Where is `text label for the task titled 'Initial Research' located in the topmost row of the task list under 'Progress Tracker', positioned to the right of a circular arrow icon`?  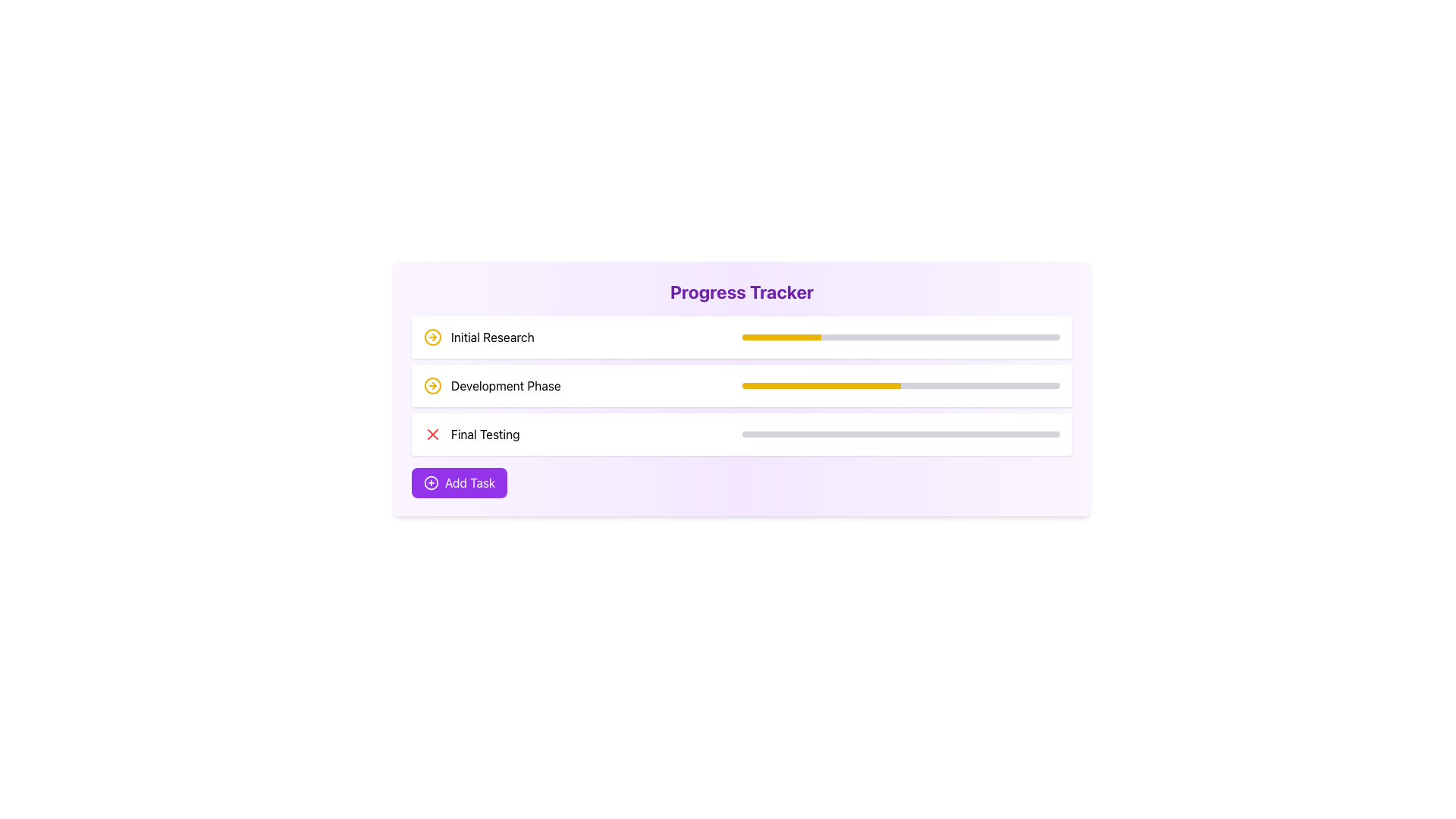
text label for the task titled 'Initial Research' located in the topmost row of the task list under 'Progress Tracker', positioned to the right of a circular arrow icon is located at coordinates (492, 336).